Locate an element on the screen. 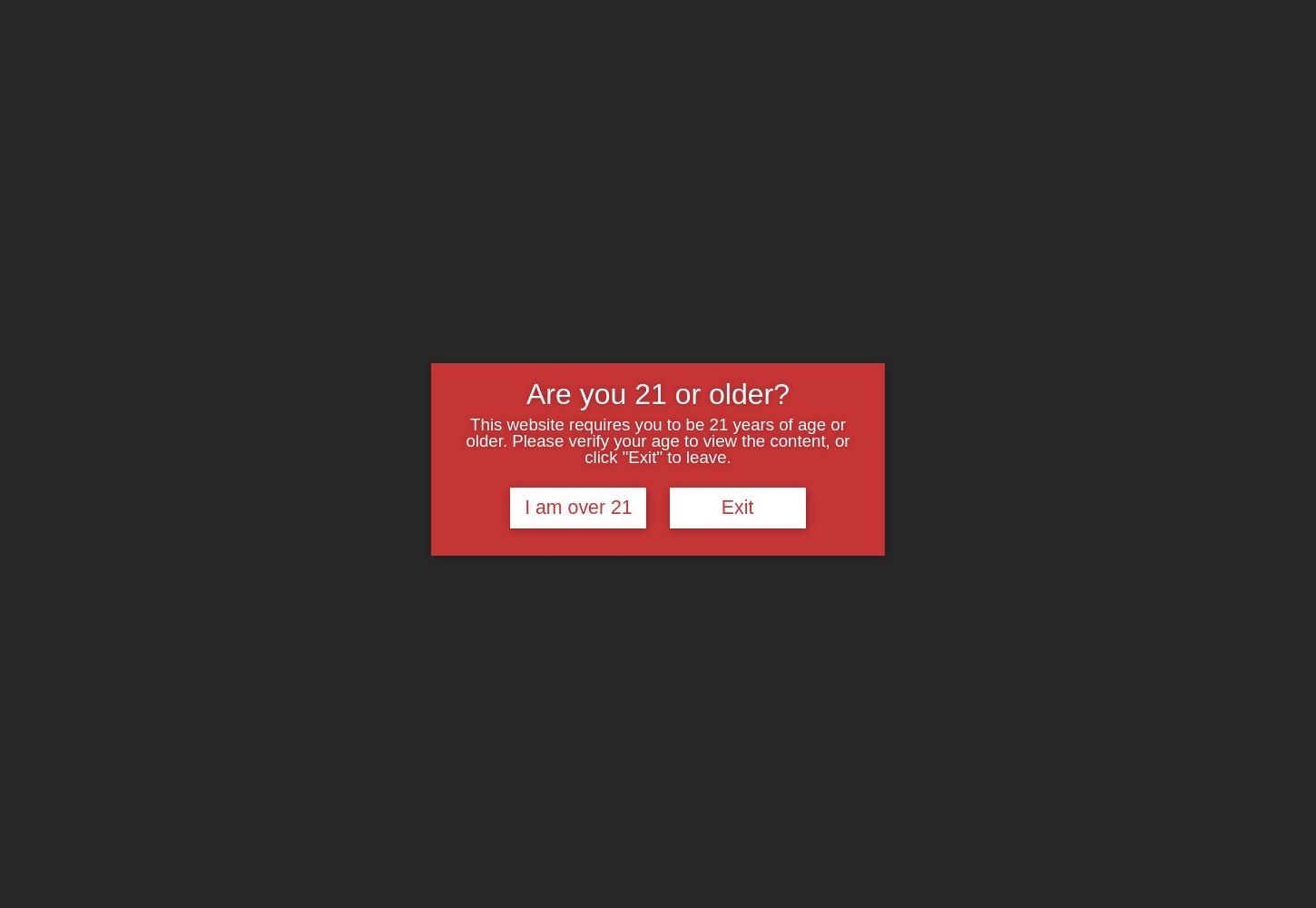 The image size is (1316, 908). 'Robusto' is located at coordinates (831, 145).